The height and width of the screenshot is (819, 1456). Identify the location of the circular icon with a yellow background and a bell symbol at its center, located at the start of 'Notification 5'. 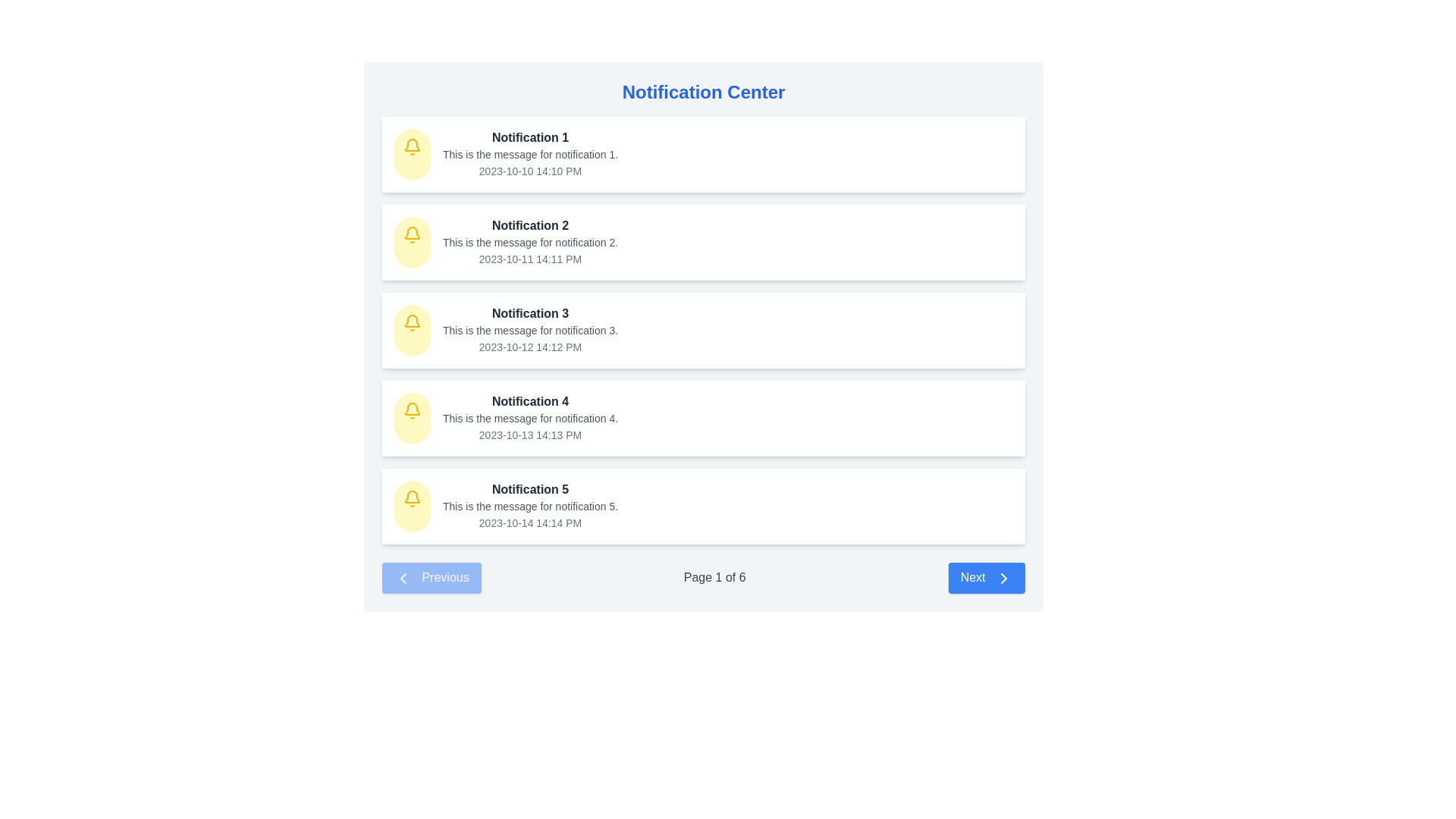
(412, 506).